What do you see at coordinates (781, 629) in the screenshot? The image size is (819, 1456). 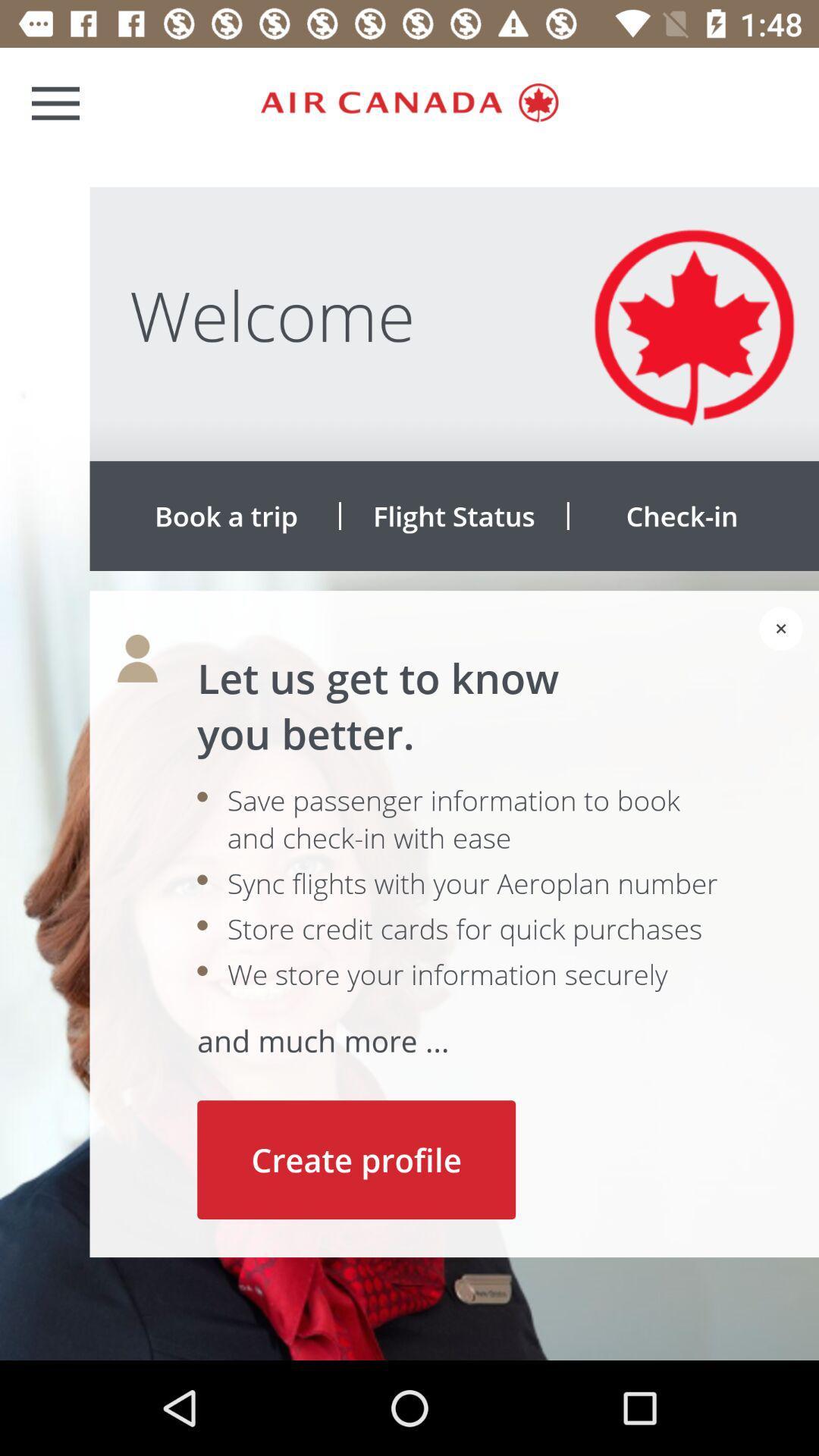 I see `the close icon` at bounding box center [781, 629].